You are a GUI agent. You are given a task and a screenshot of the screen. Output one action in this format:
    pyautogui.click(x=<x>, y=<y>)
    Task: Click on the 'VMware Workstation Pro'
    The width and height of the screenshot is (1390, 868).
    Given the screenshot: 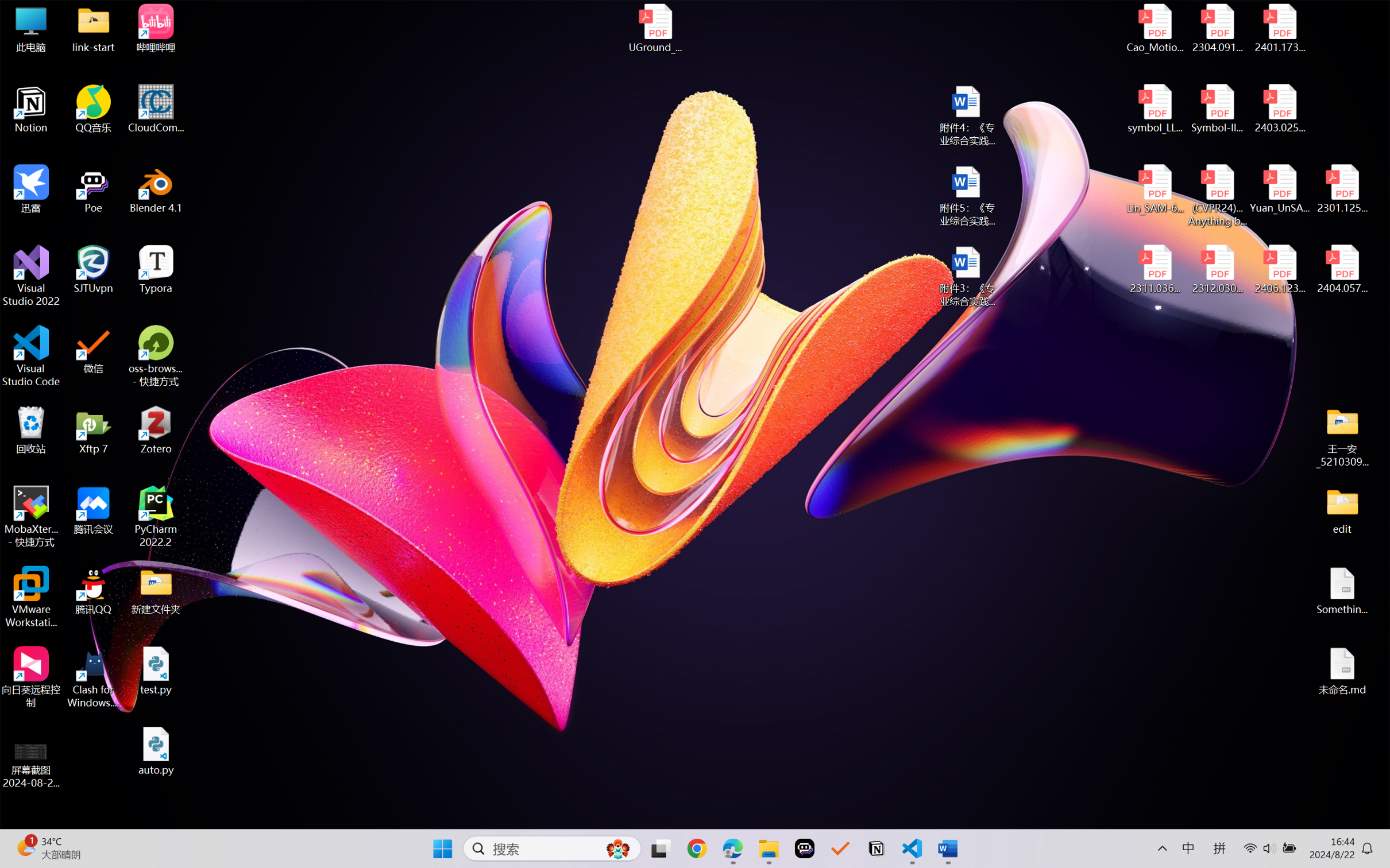 What is the action you would take?
    pyautogui.click(x=30, y=597)
    